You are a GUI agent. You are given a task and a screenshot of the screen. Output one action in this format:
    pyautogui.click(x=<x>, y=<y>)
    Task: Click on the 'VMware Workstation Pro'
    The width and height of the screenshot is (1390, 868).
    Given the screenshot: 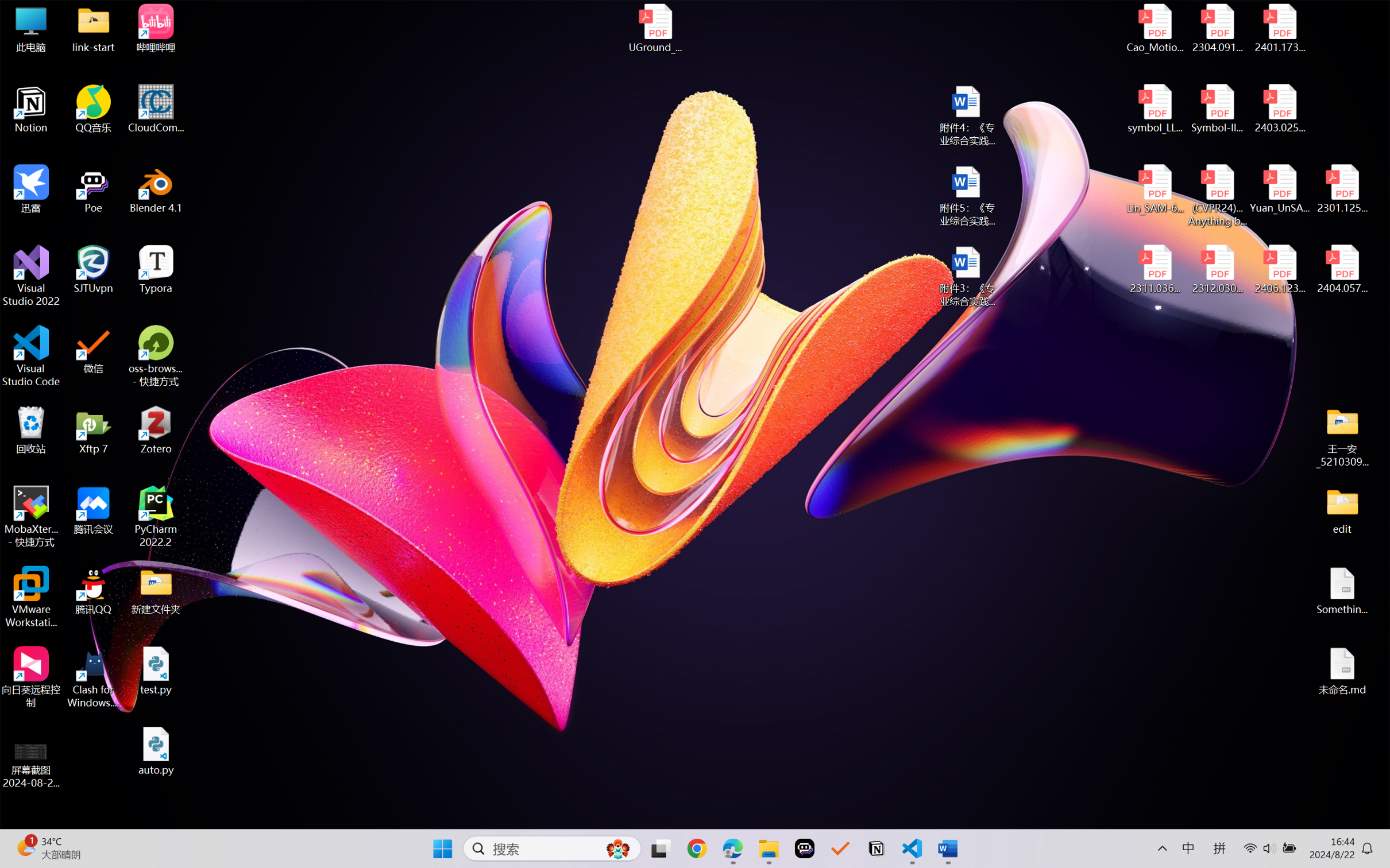 What is the action you would take?
    pyautogui.click(x=30, y=597)
    